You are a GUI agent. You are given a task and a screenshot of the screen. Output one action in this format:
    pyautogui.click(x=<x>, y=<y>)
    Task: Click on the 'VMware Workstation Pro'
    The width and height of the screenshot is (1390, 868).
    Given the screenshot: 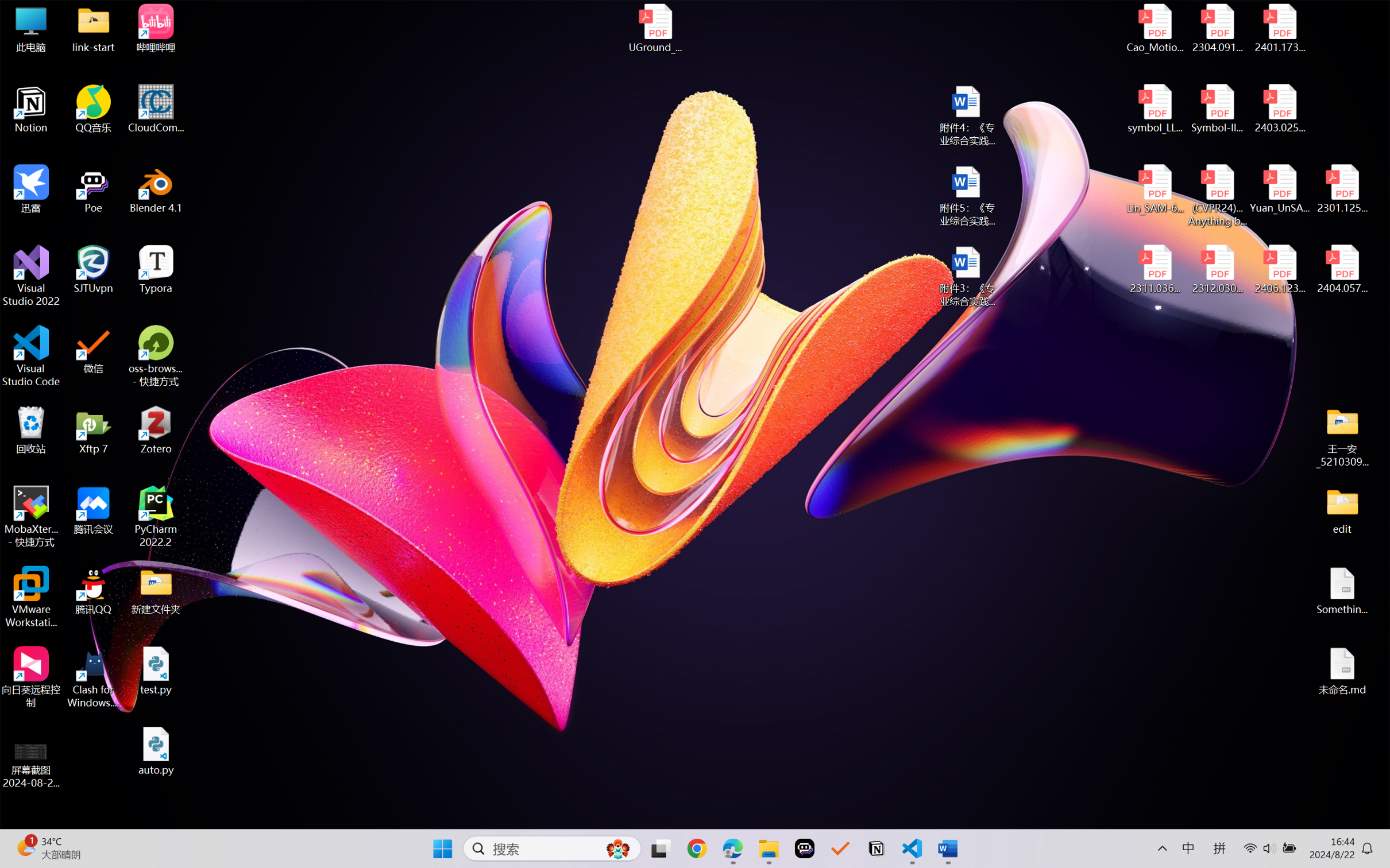 What is the action you would take?
    pyautogui.click(x=30, y=597)
    